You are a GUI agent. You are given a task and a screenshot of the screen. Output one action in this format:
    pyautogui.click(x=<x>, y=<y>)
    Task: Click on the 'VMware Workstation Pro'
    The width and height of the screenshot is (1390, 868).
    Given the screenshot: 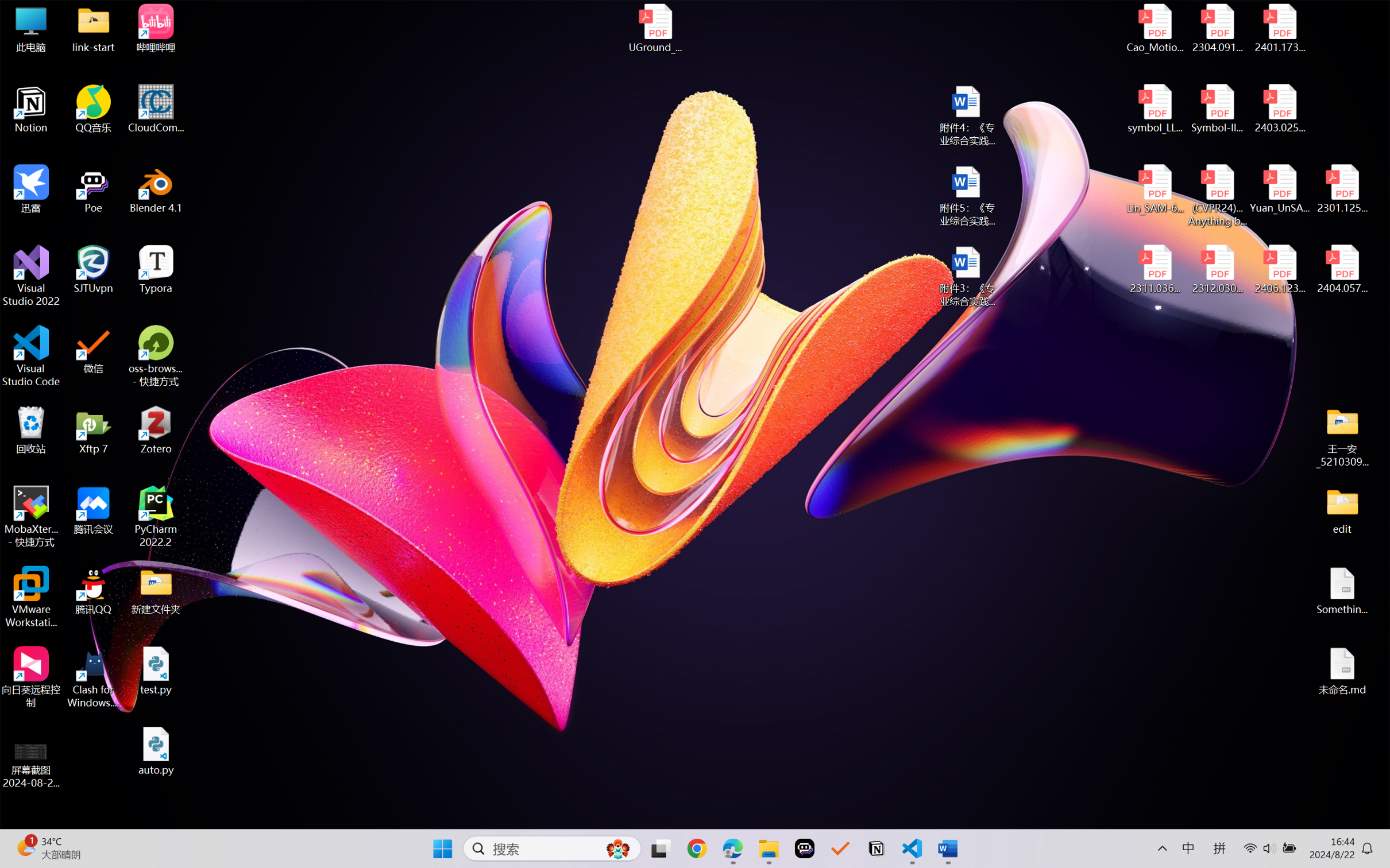 What is the action you would take?
    pyautogui.click(x=30, y=597)
    